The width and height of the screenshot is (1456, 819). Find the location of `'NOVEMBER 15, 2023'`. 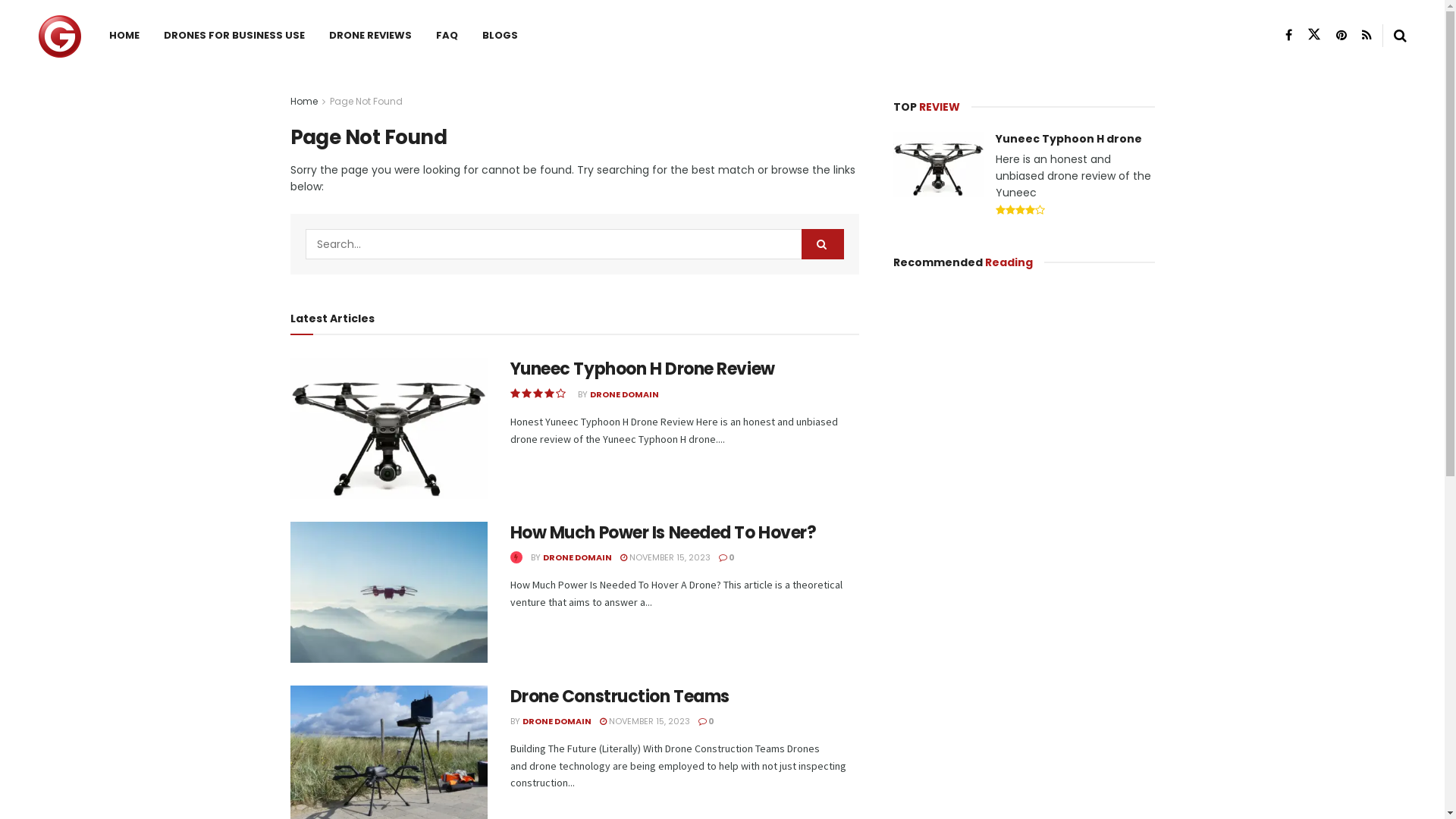

'NOVEMBER 15, 2023' is located at coordinates (644, 720).